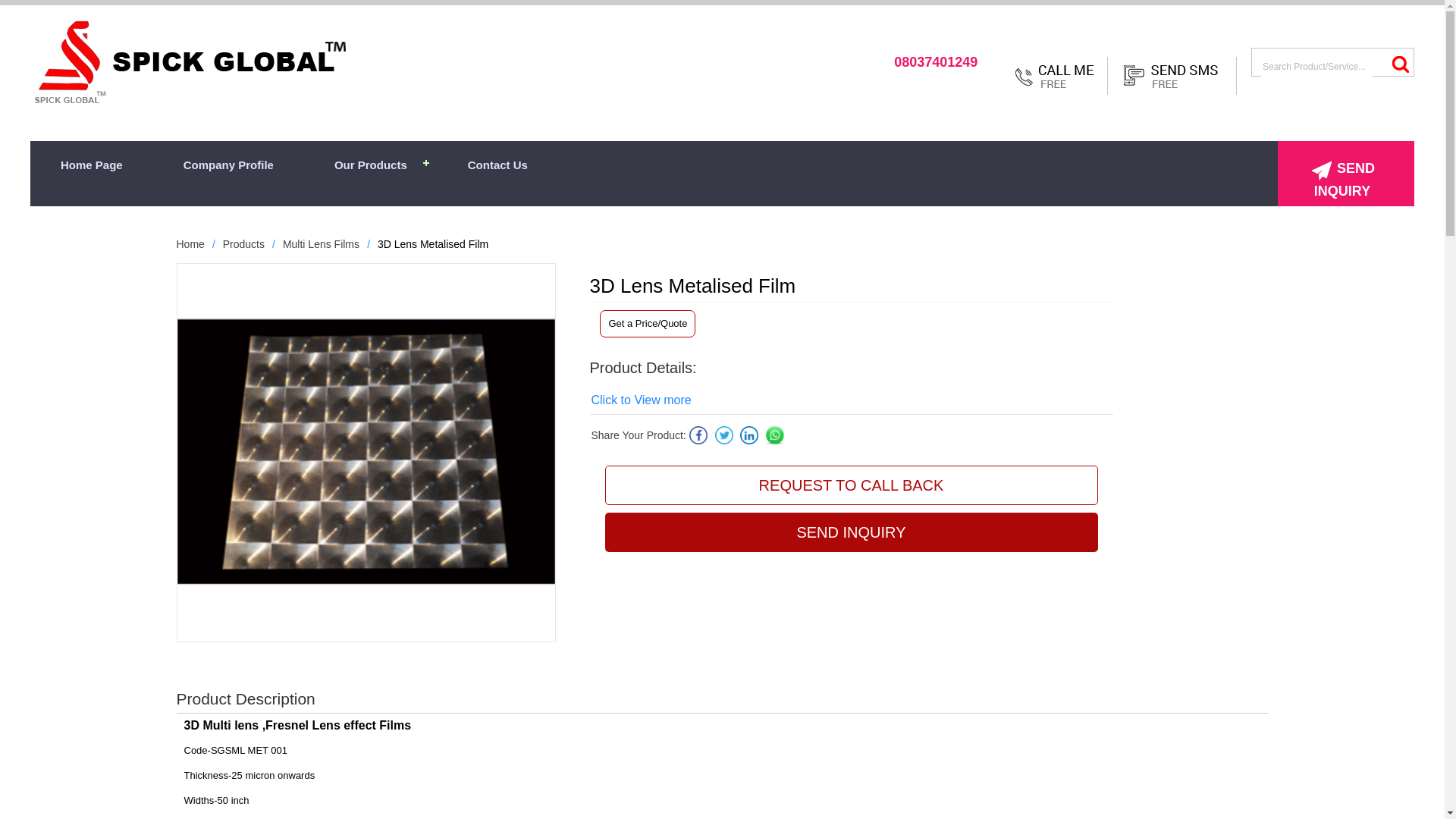 This screenshot has height=819, width=1456. What do you see at coordinates (243, 243) in the screenshot?
I see `'Products'` at bounding box center [243, 243].